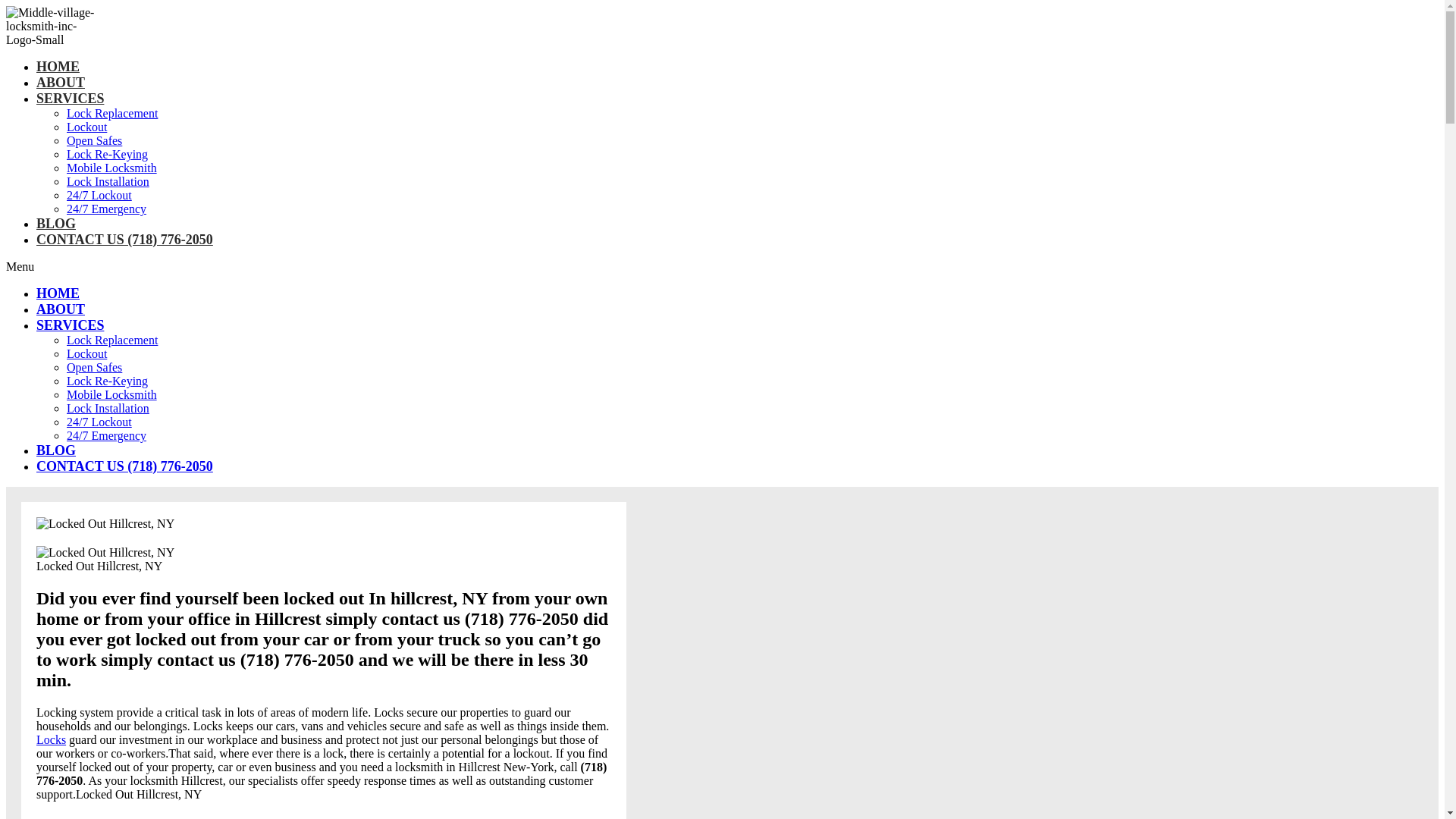 This screenshot has height=819, width=1456. What do you see at coordinates (69, 324) in the screenshot?
I see `'SERVICES'` at bounding box center [69, 324].